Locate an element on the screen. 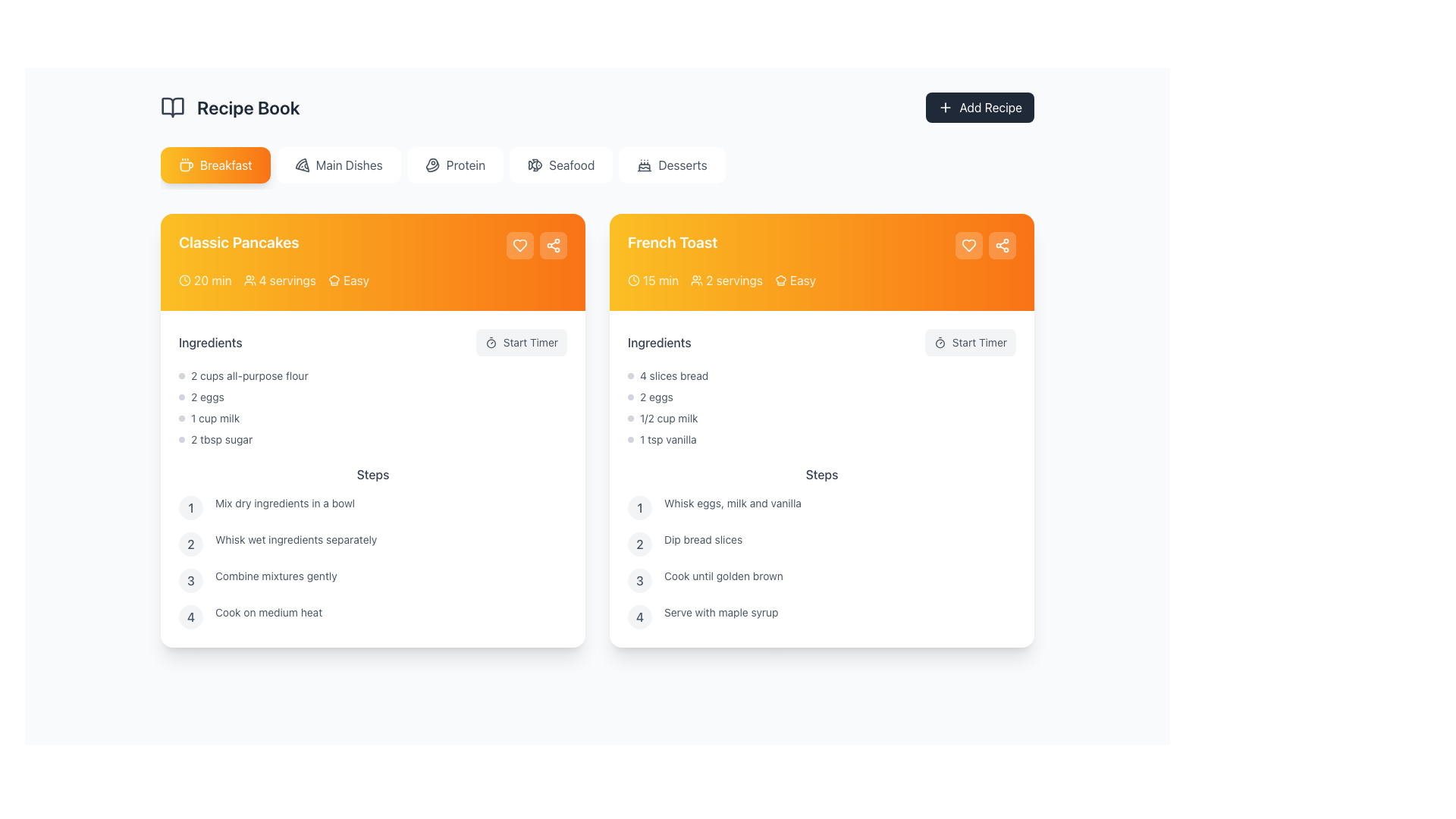 This screenshot has height=819, width=1456. the fifth button in the horizontal row of navigation options to filter the content displayed below to items categorized under 'Desserts' is located at coordinates (671, 165).